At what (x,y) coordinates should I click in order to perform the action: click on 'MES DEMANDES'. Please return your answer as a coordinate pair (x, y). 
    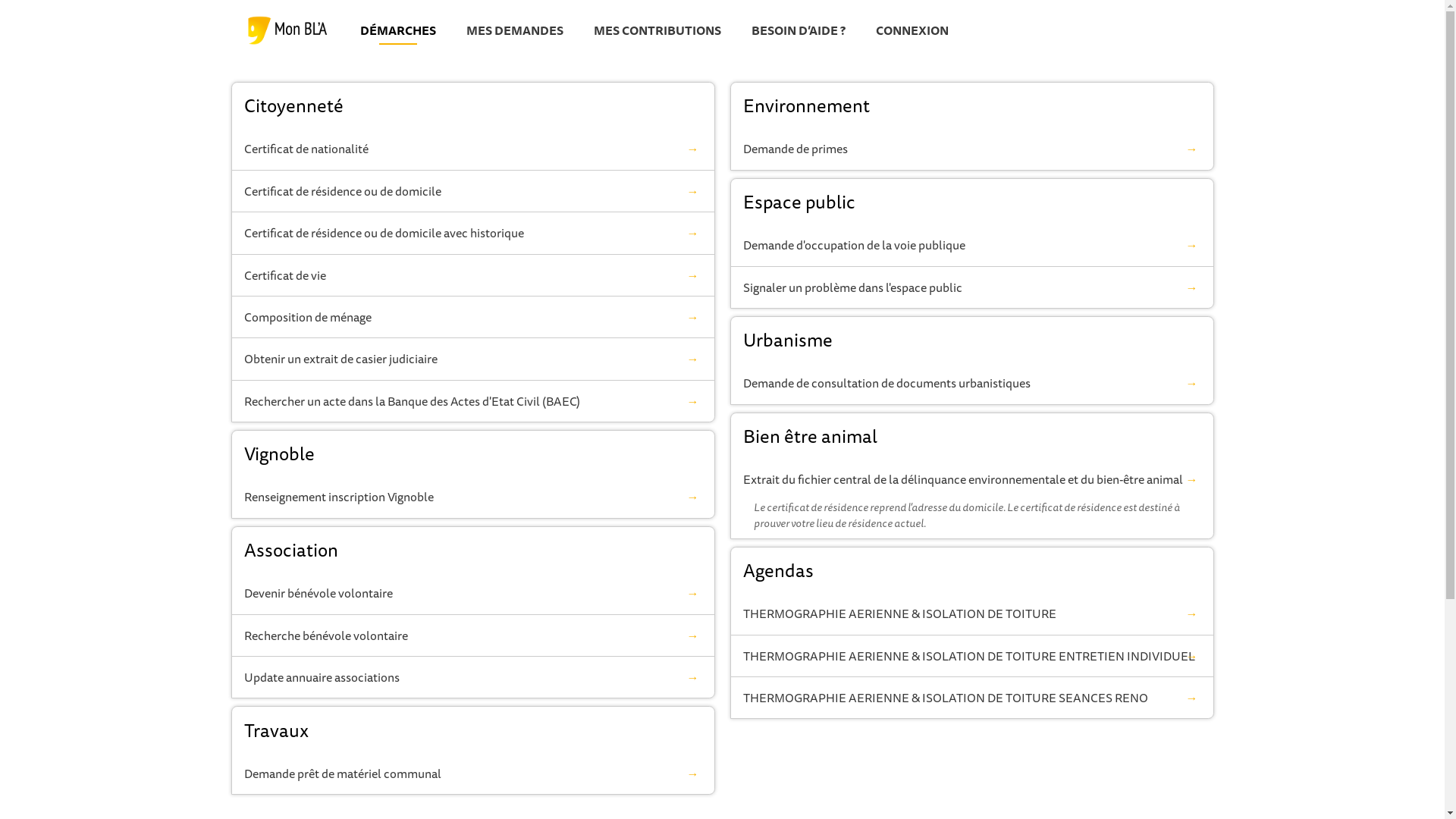
    Looking at the image, I should click on (513, 33).